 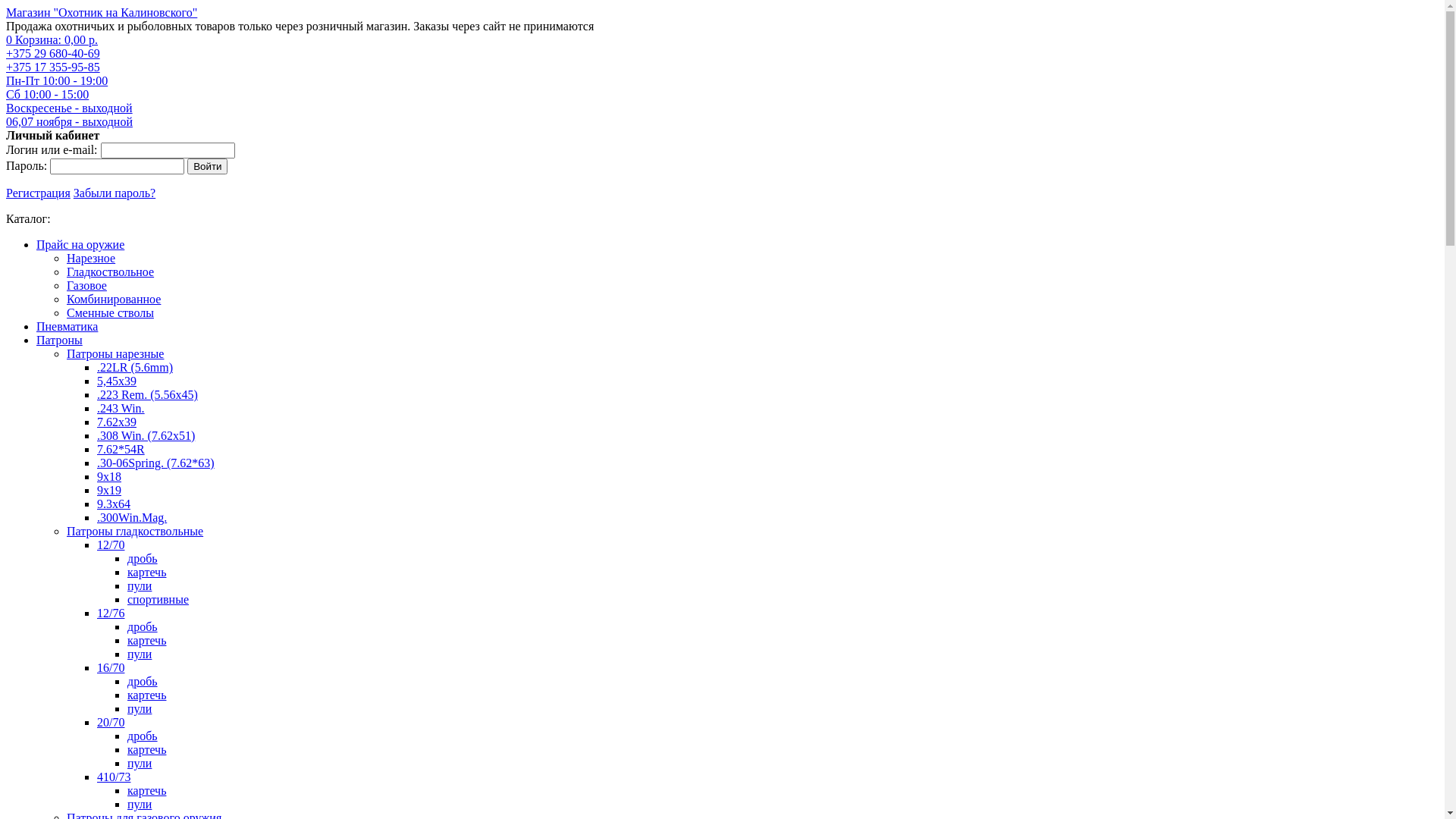 What do you see at coordinates (96, 448) in the screenshot?
I see `'7.62*54R'` at bounding box center [96, 448].